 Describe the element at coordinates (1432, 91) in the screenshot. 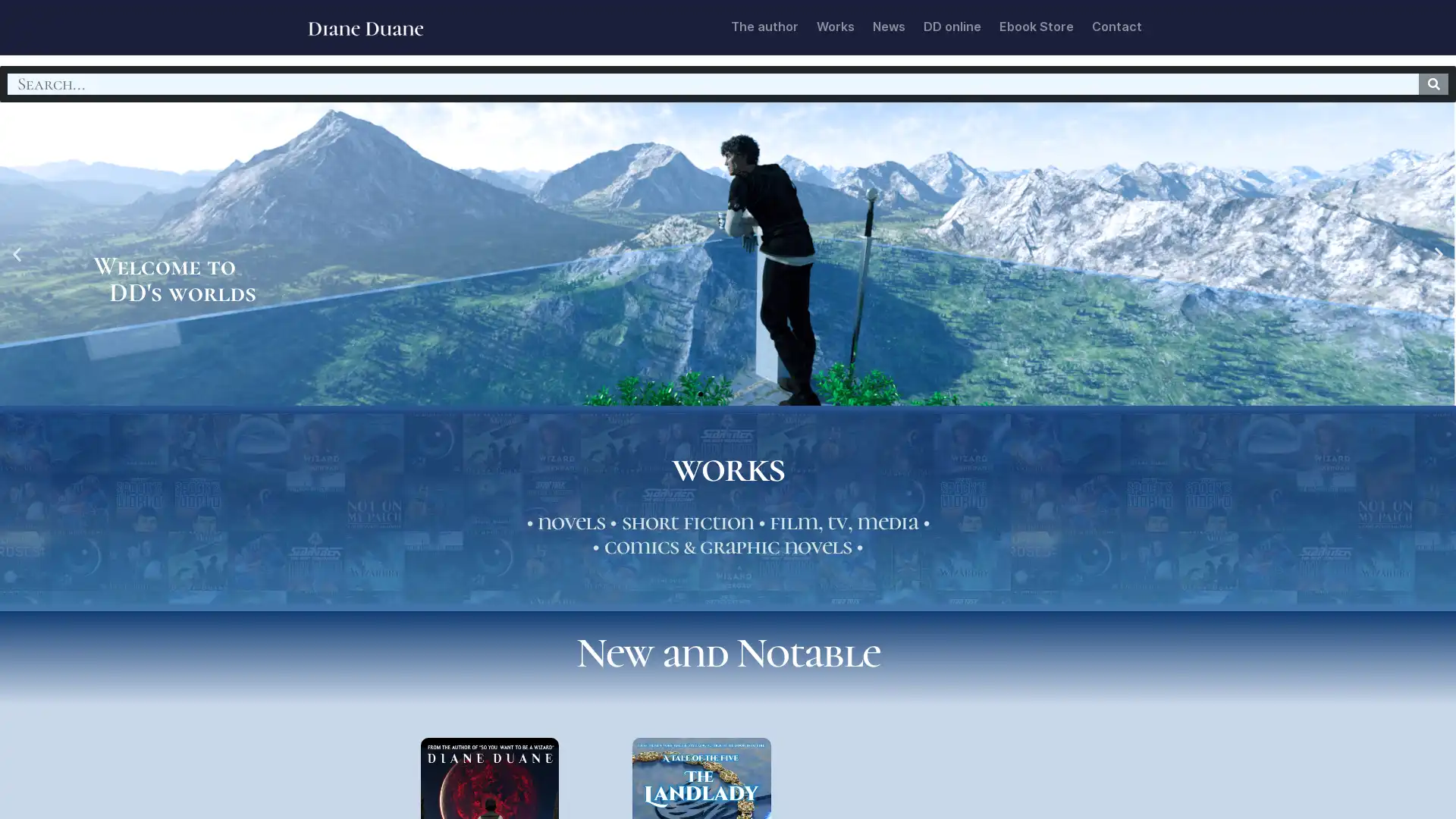

I see `Search` at that location.